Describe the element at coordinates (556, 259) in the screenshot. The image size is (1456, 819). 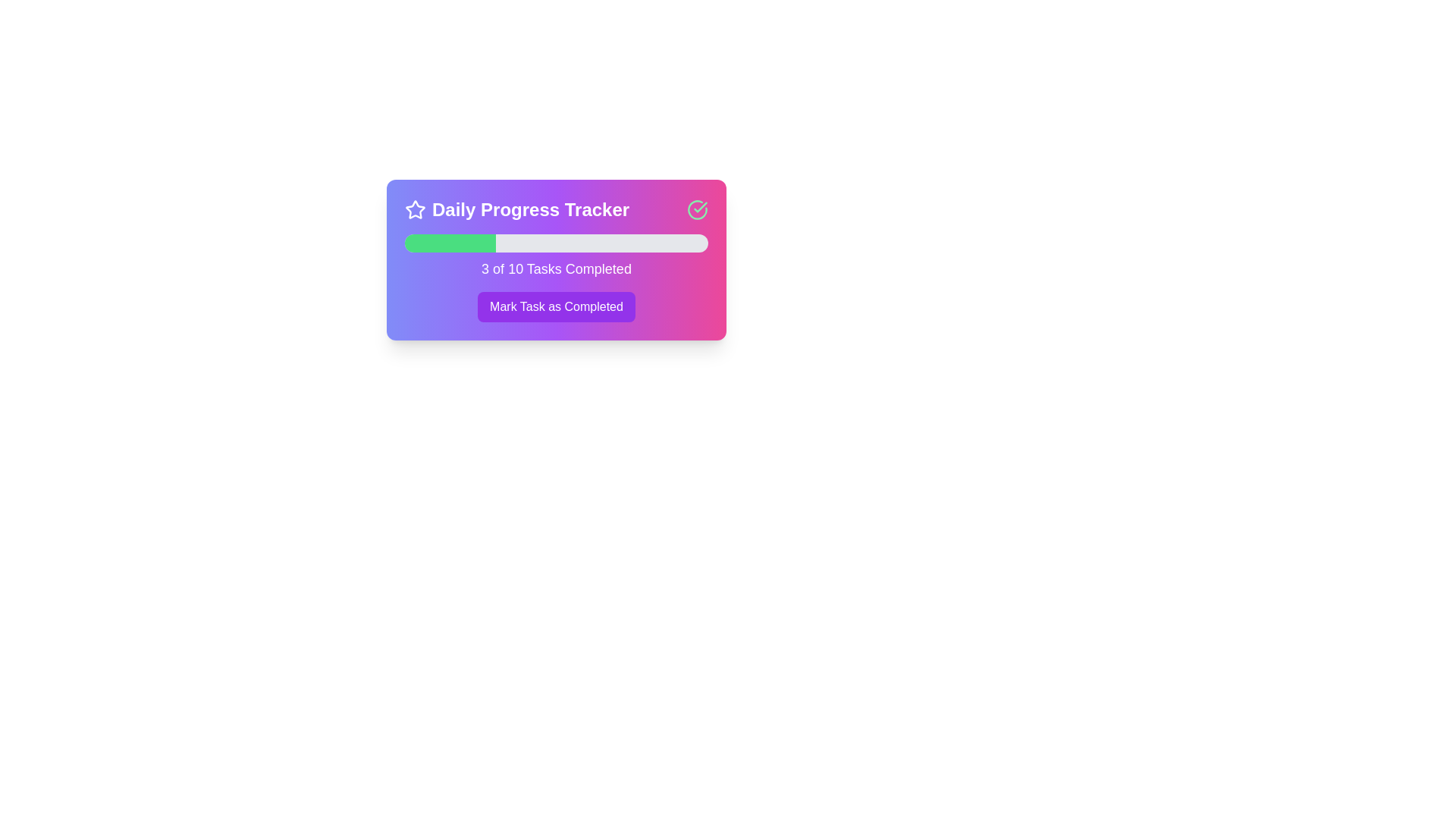
I see `the actionable button within the Card UI Component that serves as a progress tracker interface, providing visual feedback on task completion` at that location.